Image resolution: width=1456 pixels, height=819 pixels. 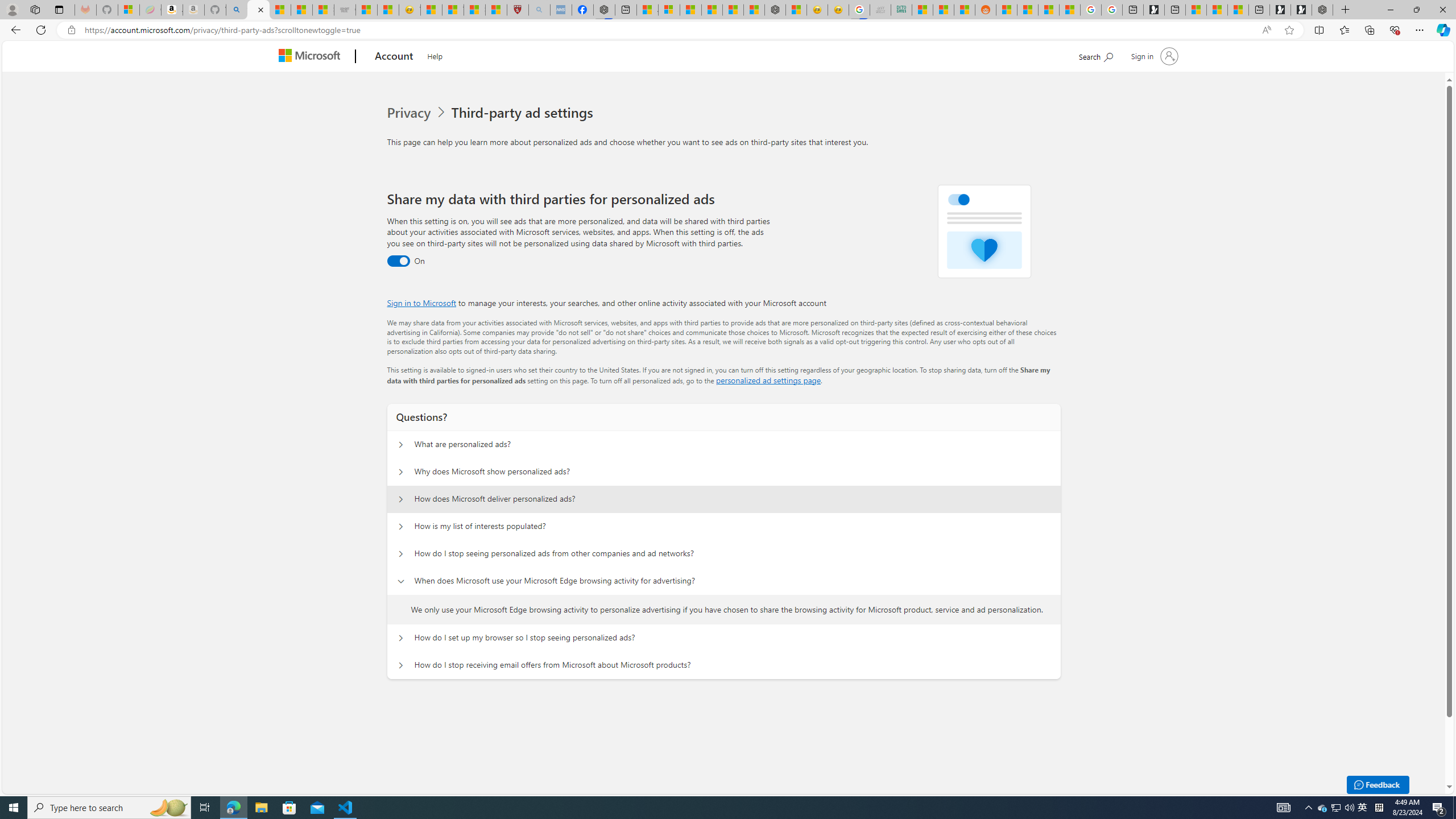 I want to click on 'personalized ad settings page', so click(x=767, y=379).